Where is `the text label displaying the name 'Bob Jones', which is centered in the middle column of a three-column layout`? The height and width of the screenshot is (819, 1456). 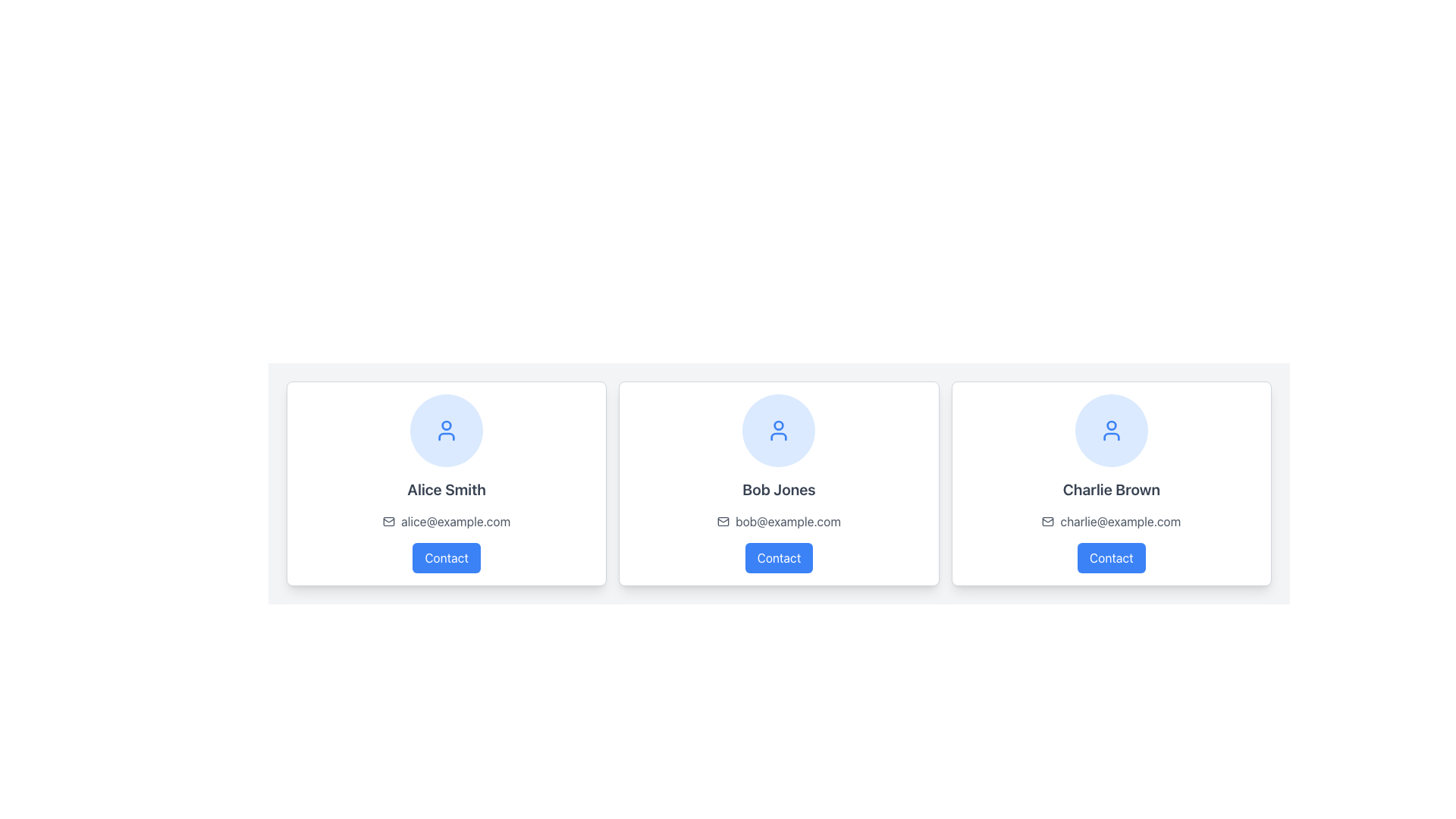 the text label displaying the name 'Bob Jones', which is centered in the middle column of a three-column layout is located at coordinates (779, 489).